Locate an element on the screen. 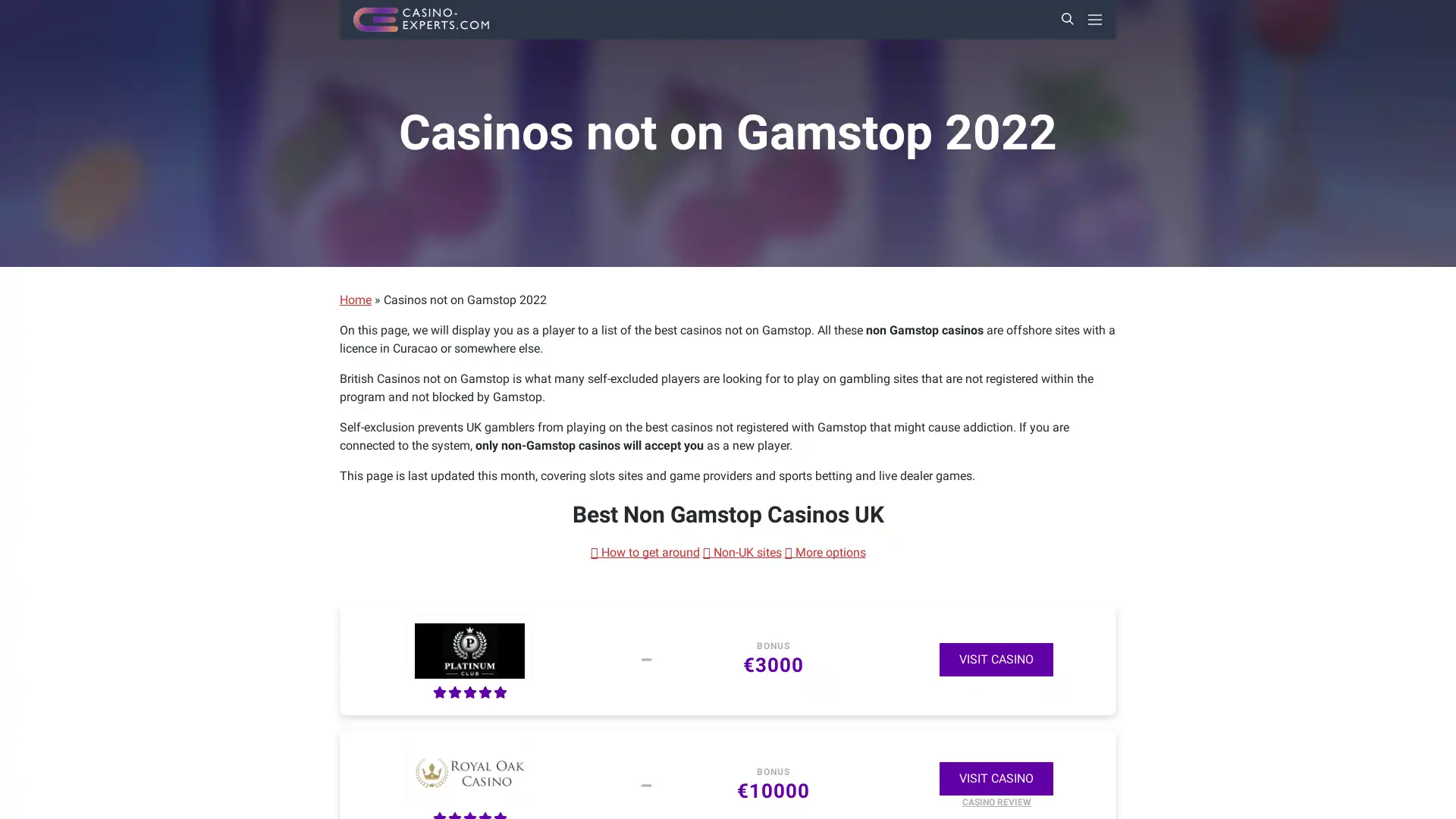 The height and width of the screenshot is (819, 1456). Primary Menu is located at coordinates (1095, 20).